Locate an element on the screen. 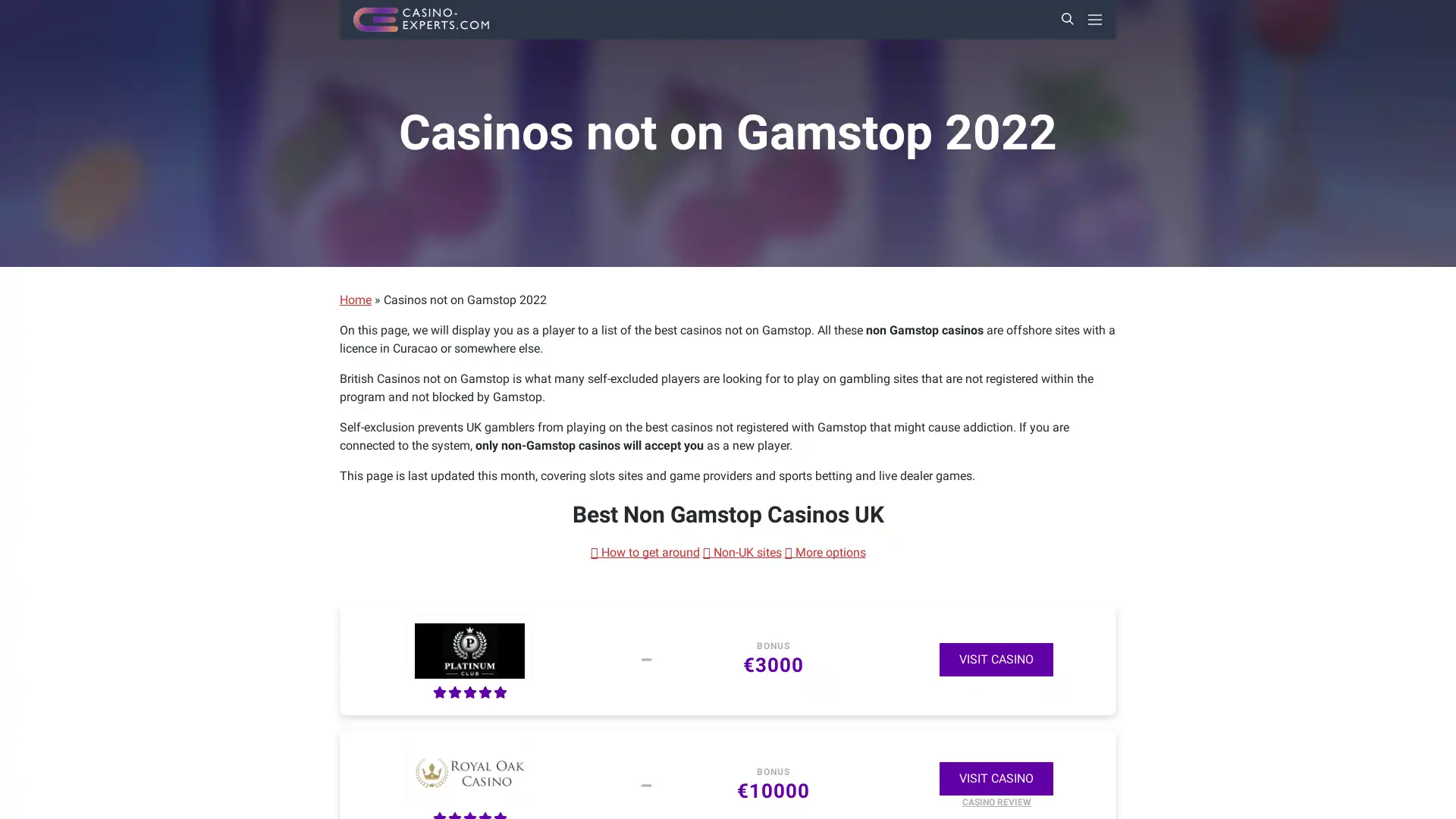 The height and width of the screenshot is (819, 1456). Primary Menu is located at coordinates (1095, 20).